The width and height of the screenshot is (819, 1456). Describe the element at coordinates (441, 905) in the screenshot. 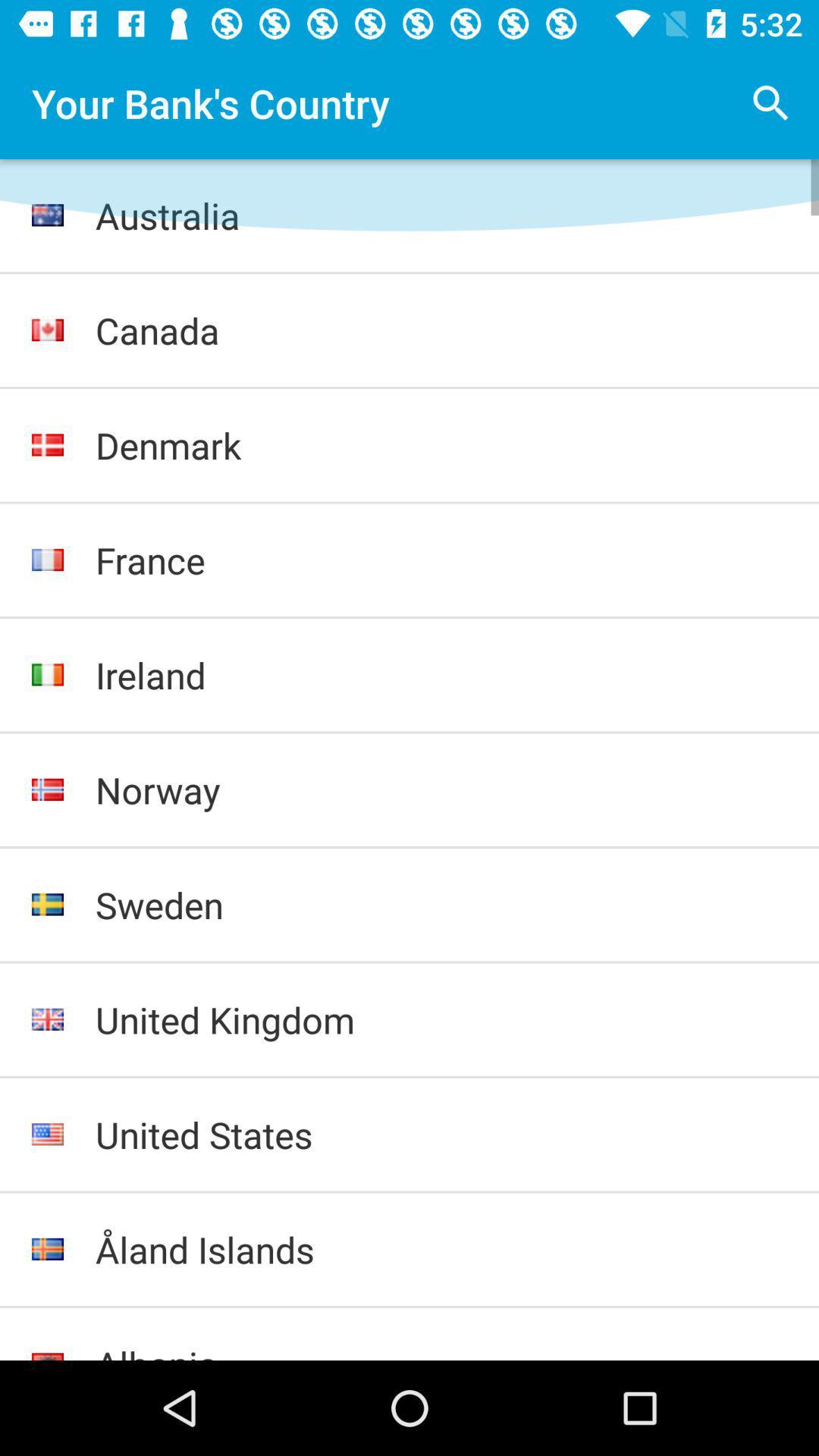

I see `sweden` at that location.